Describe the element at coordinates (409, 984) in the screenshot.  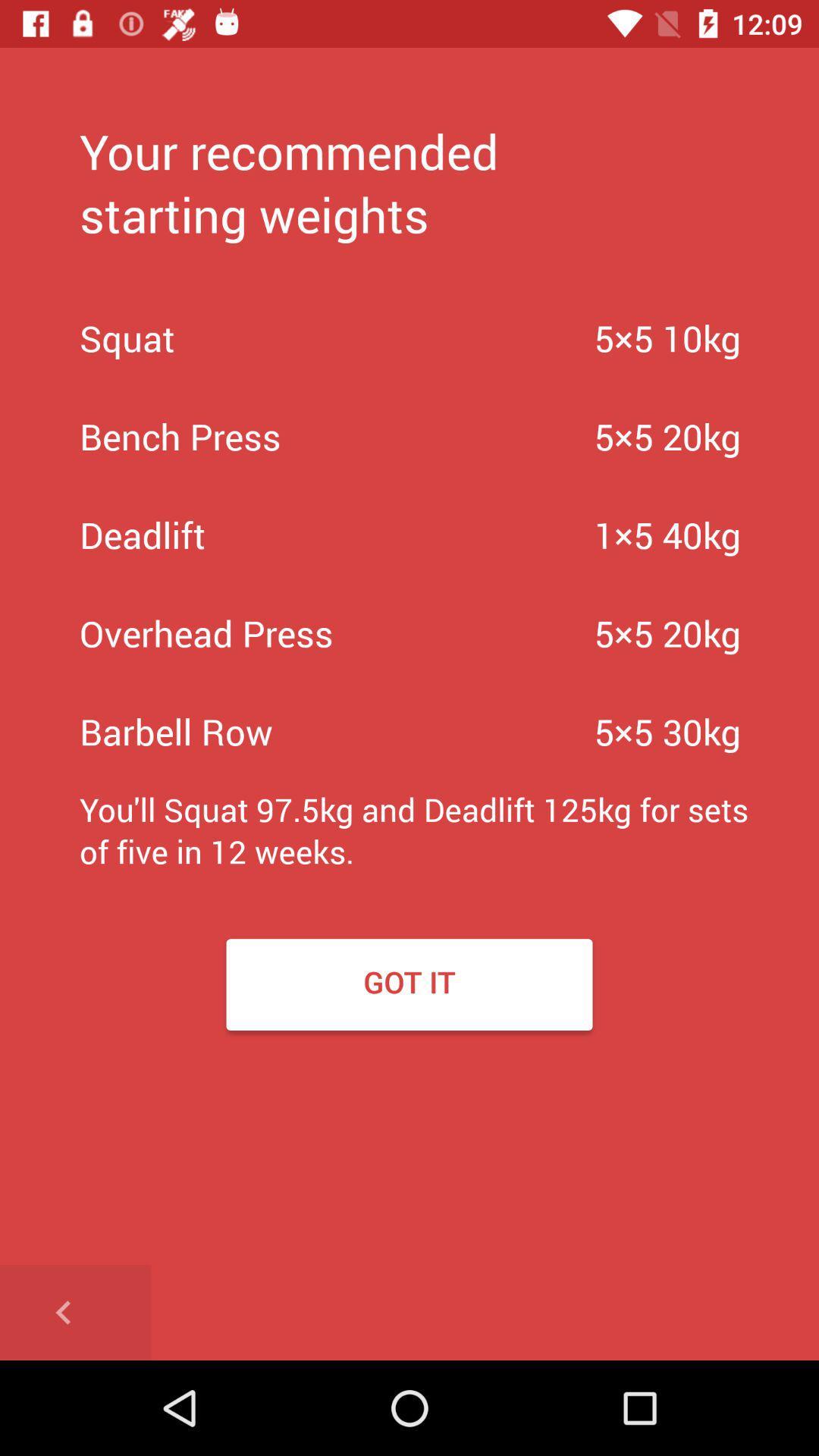
I see `the got it item` at that location.